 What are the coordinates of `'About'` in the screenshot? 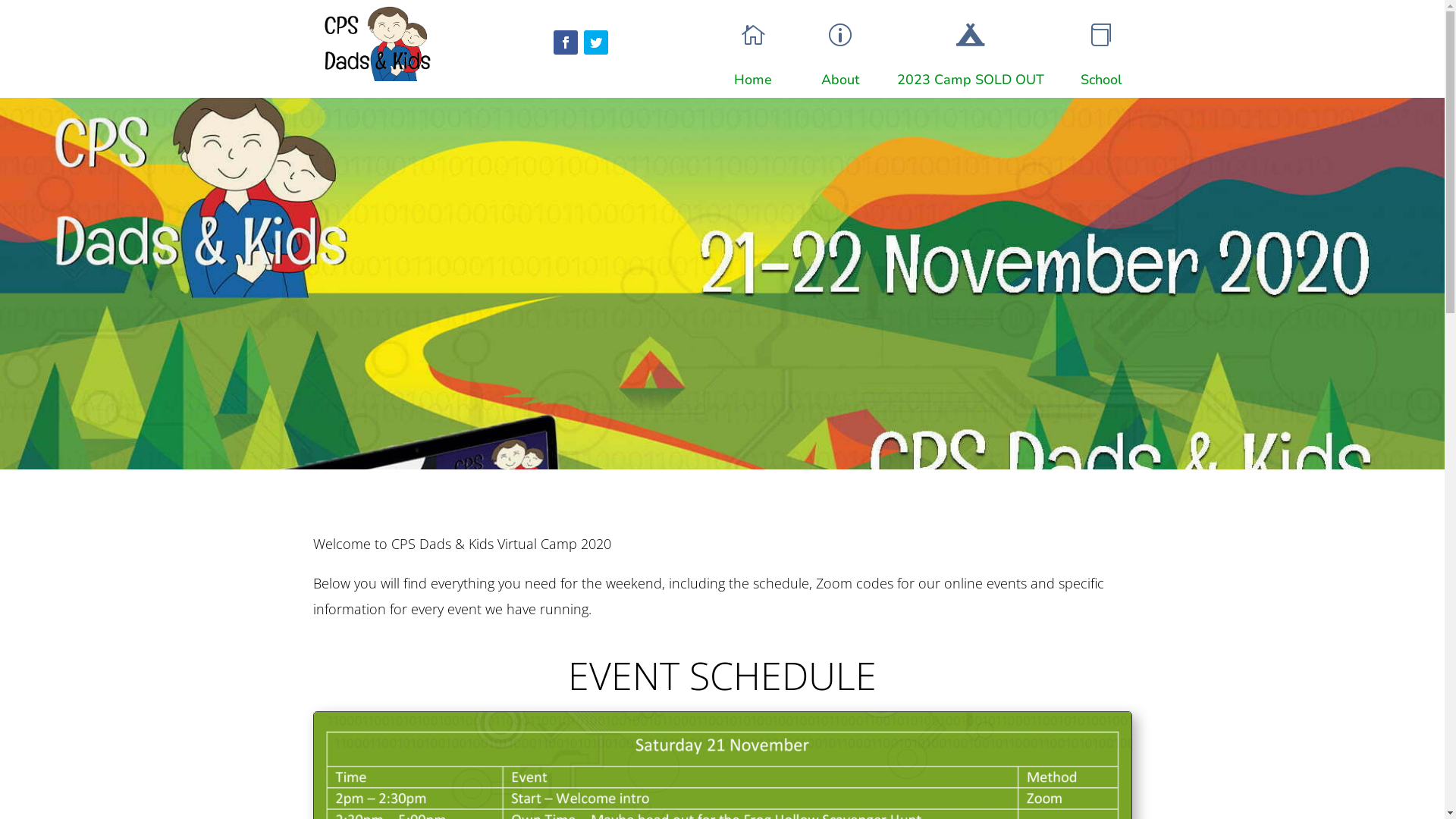 It's located at (839, 79).